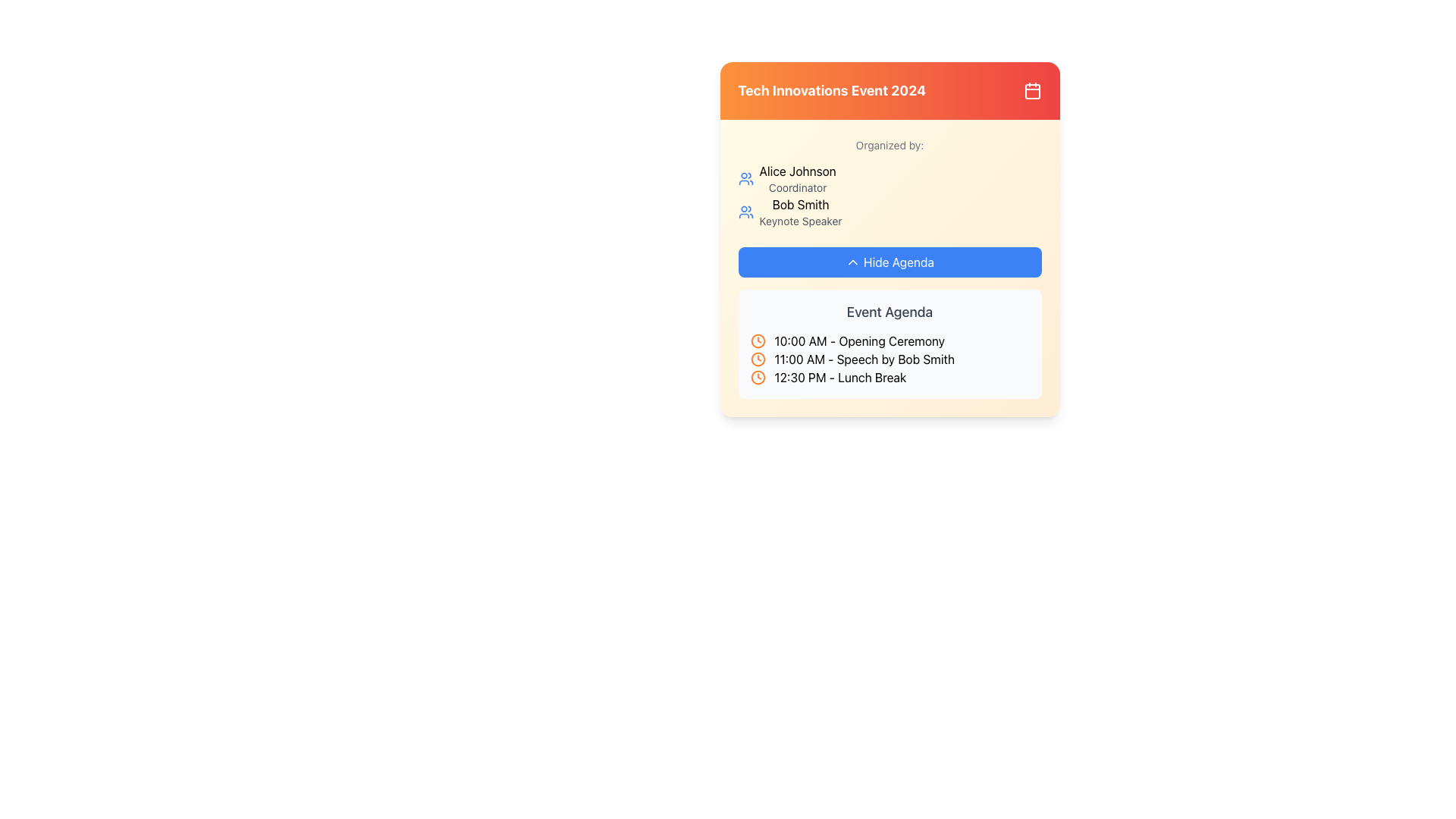 This screenshot has height=819, width=1456. I want to click on the upward chevron icon located to the left of the 'Hide Agenda' text in the blue rectangular button, so click(852, 262).